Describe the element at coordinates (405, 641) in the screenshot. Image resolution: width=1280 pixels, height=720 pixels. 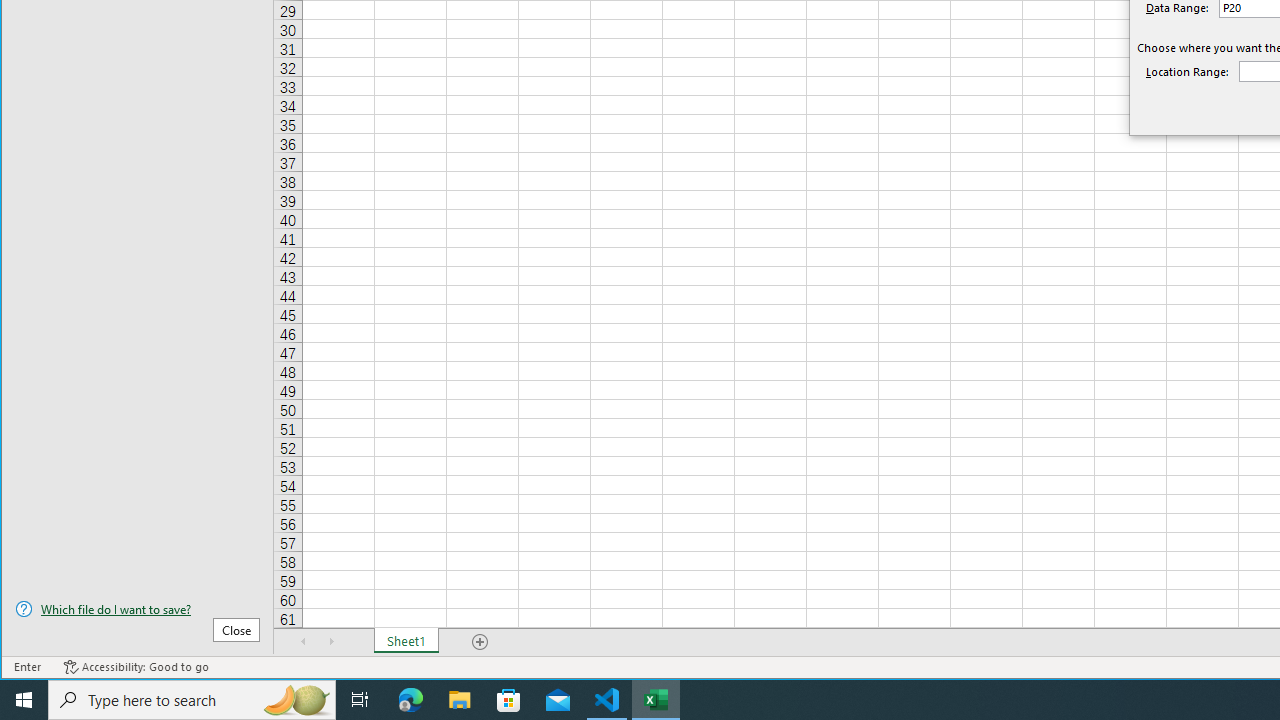
I see `'Sheet1'` at that location.